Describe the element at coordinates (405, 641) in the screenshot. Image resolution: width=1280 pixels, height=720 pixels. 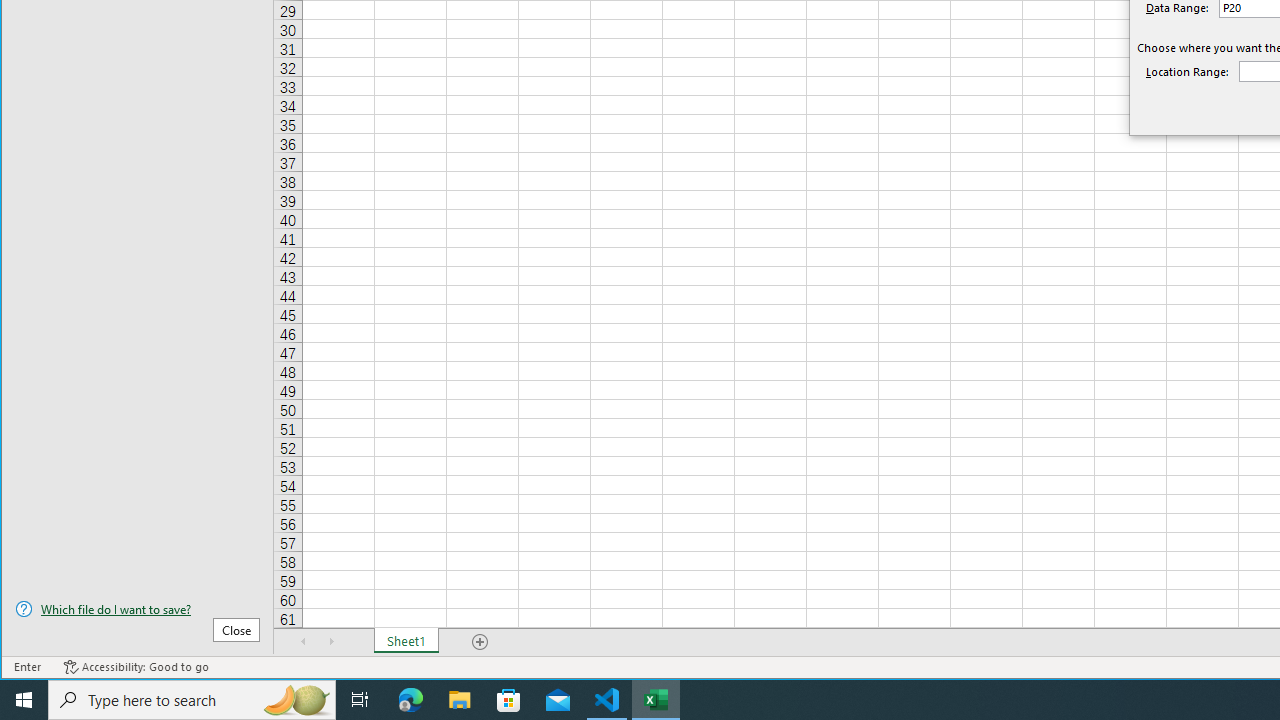
I see `'Sheet1'` at that location.